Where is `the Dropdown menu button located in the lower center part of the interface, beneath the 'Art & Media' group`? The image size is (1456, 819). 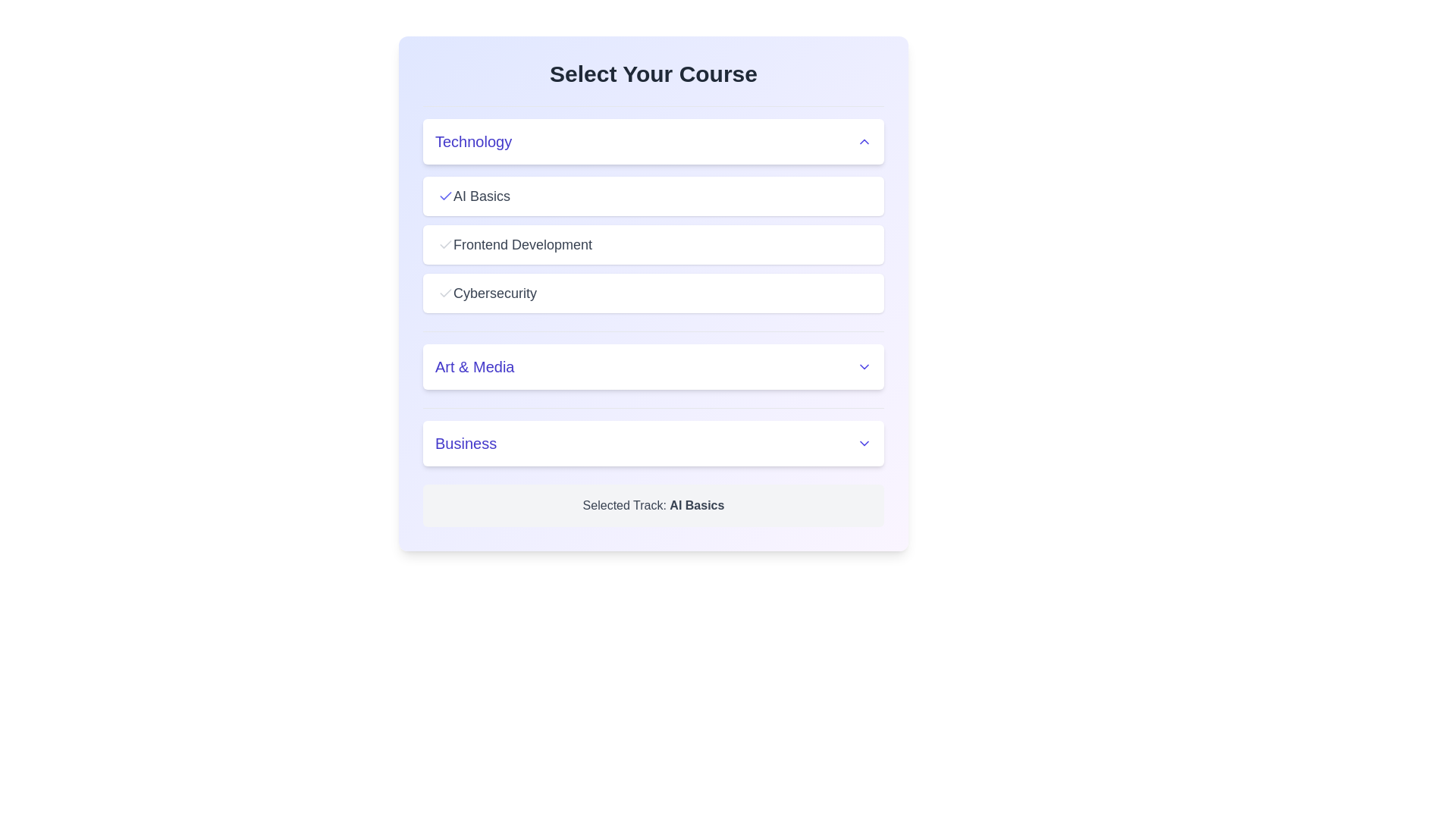
the Dropdown menu button located in the lower center part of the interface, beneath the 'Art & Media' group is located at coordinates (654, 444).